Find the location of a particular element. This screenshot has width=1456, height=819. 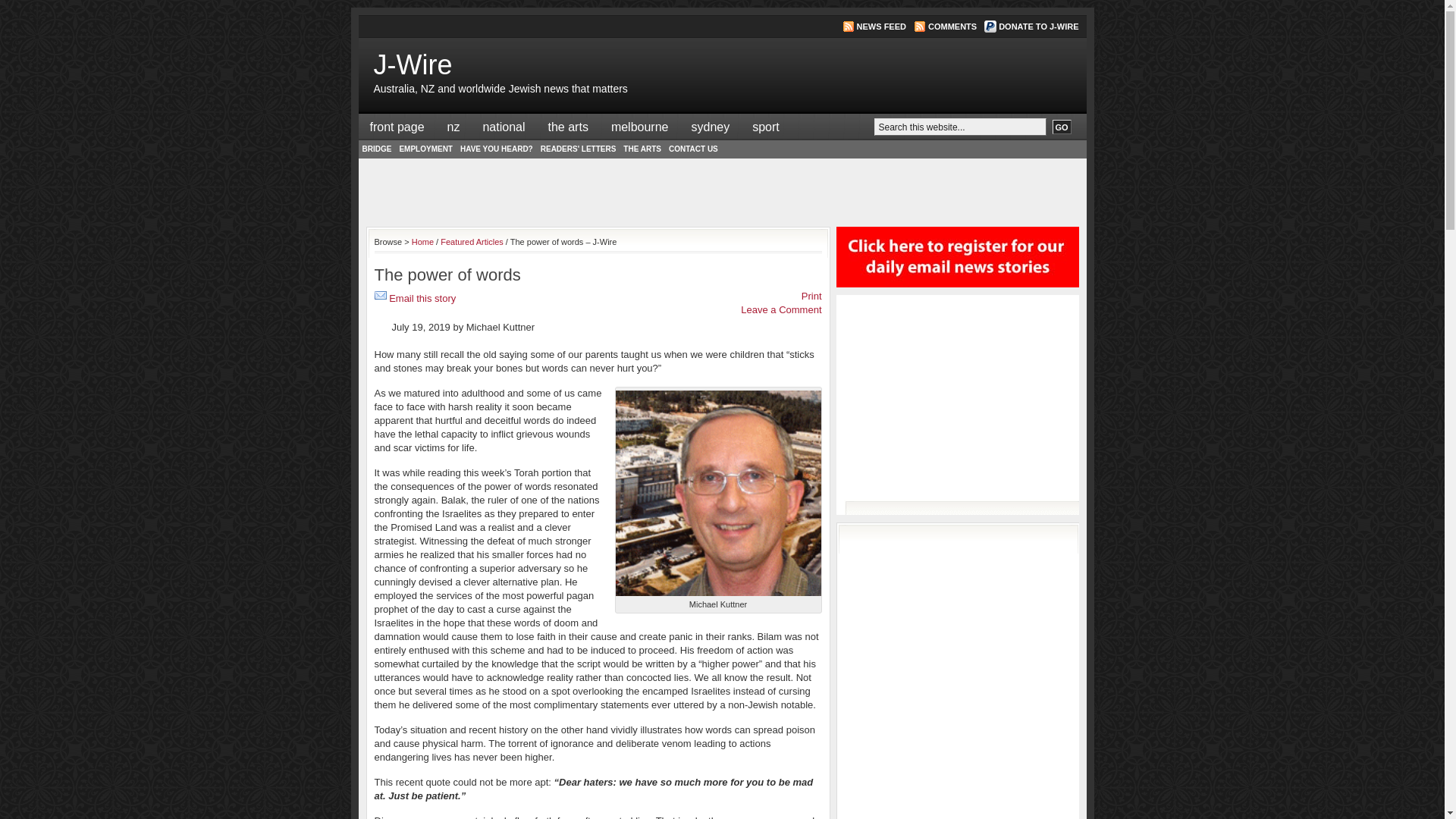

'Leave a Comment' is located at coordinates (781, 309).